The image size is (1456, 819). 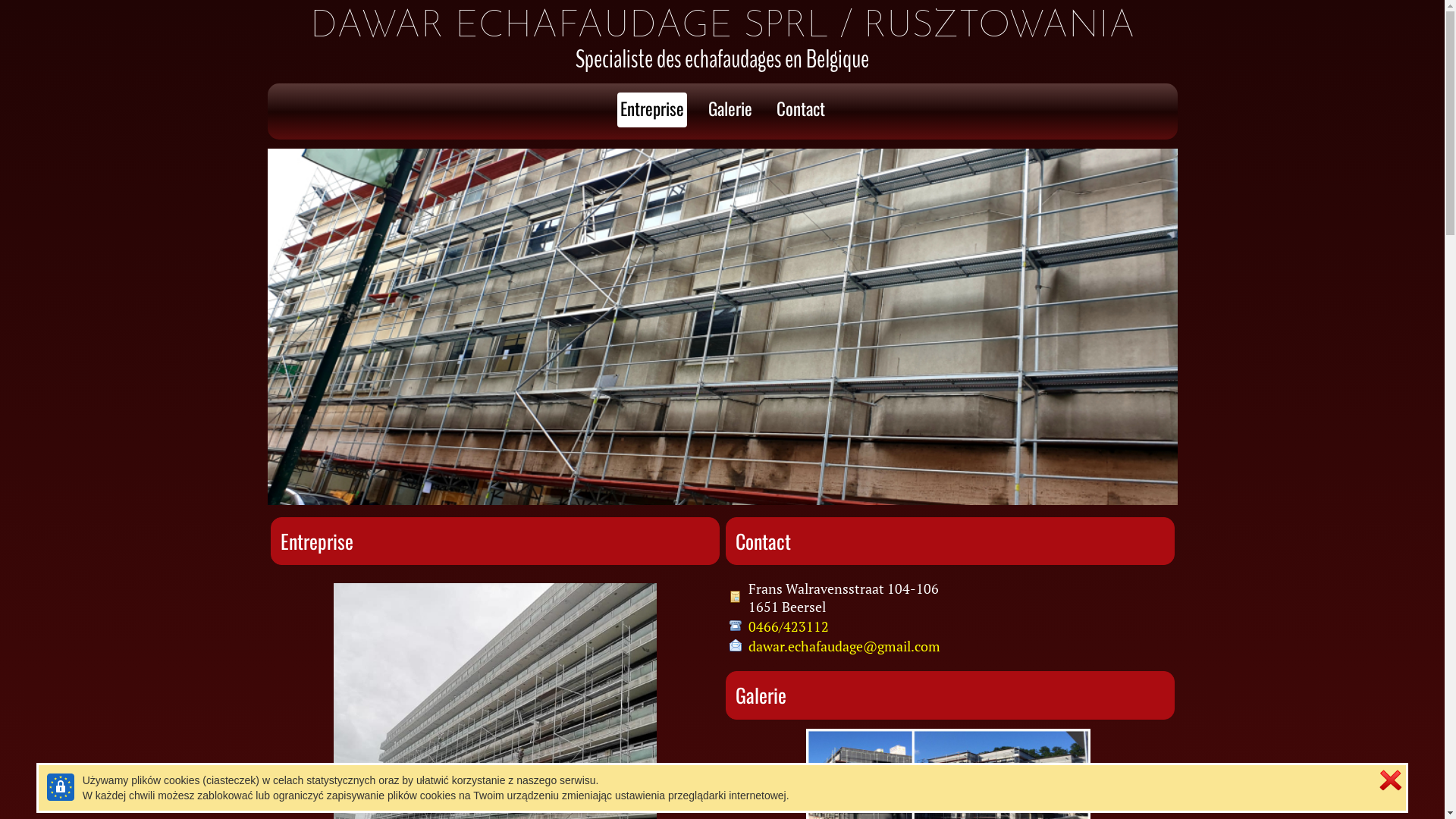 What do you see at coordinates (800, 109) in the screenshot?
I see `'Contact'` at bounding box center [800, 109].